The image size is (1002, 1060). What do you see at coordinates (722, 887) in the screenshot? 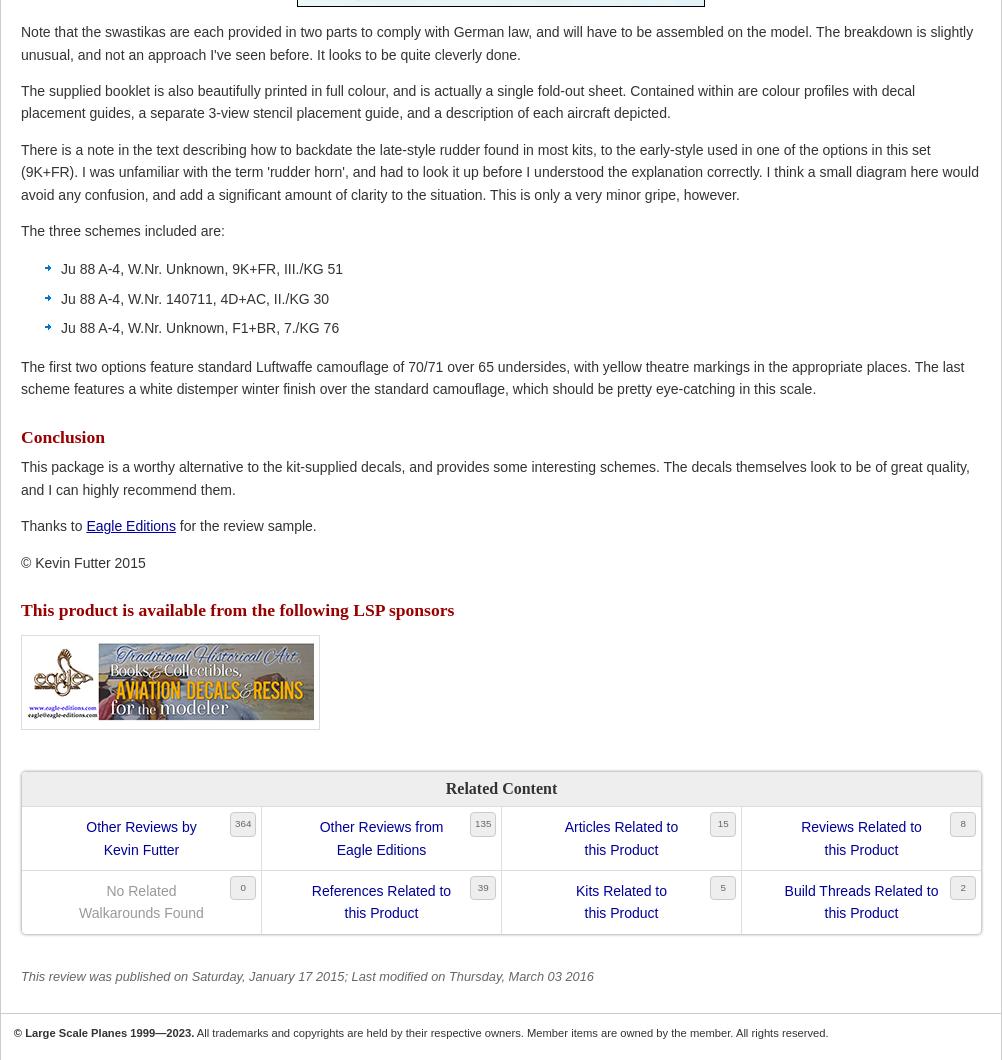
I see `'5'` at bounding box center [722, 887].